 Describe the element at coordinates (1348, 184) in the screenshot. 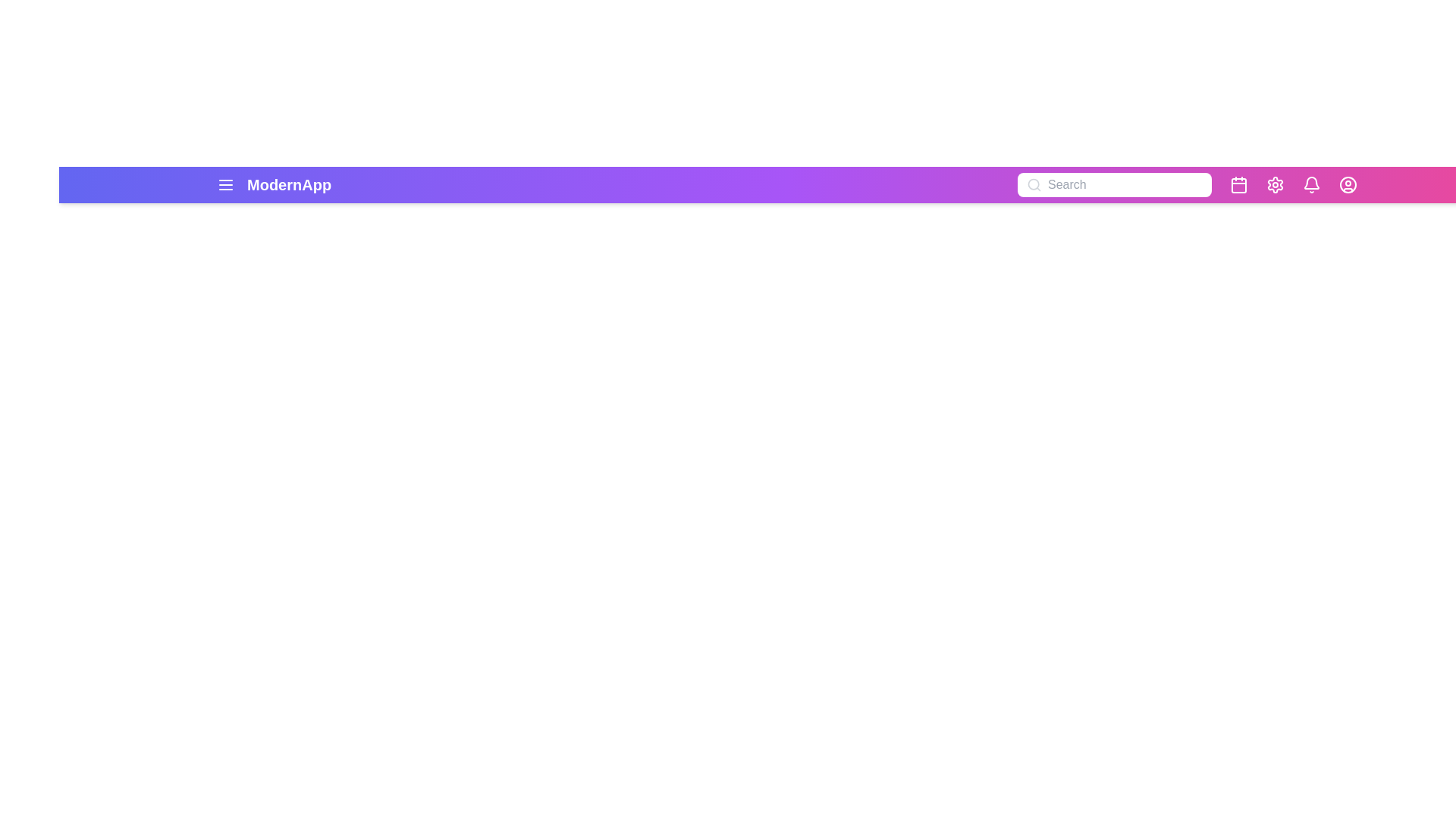

I see `the largest SVG Circle representing the user profile icon located at the far right of the navigation bar` at that location.